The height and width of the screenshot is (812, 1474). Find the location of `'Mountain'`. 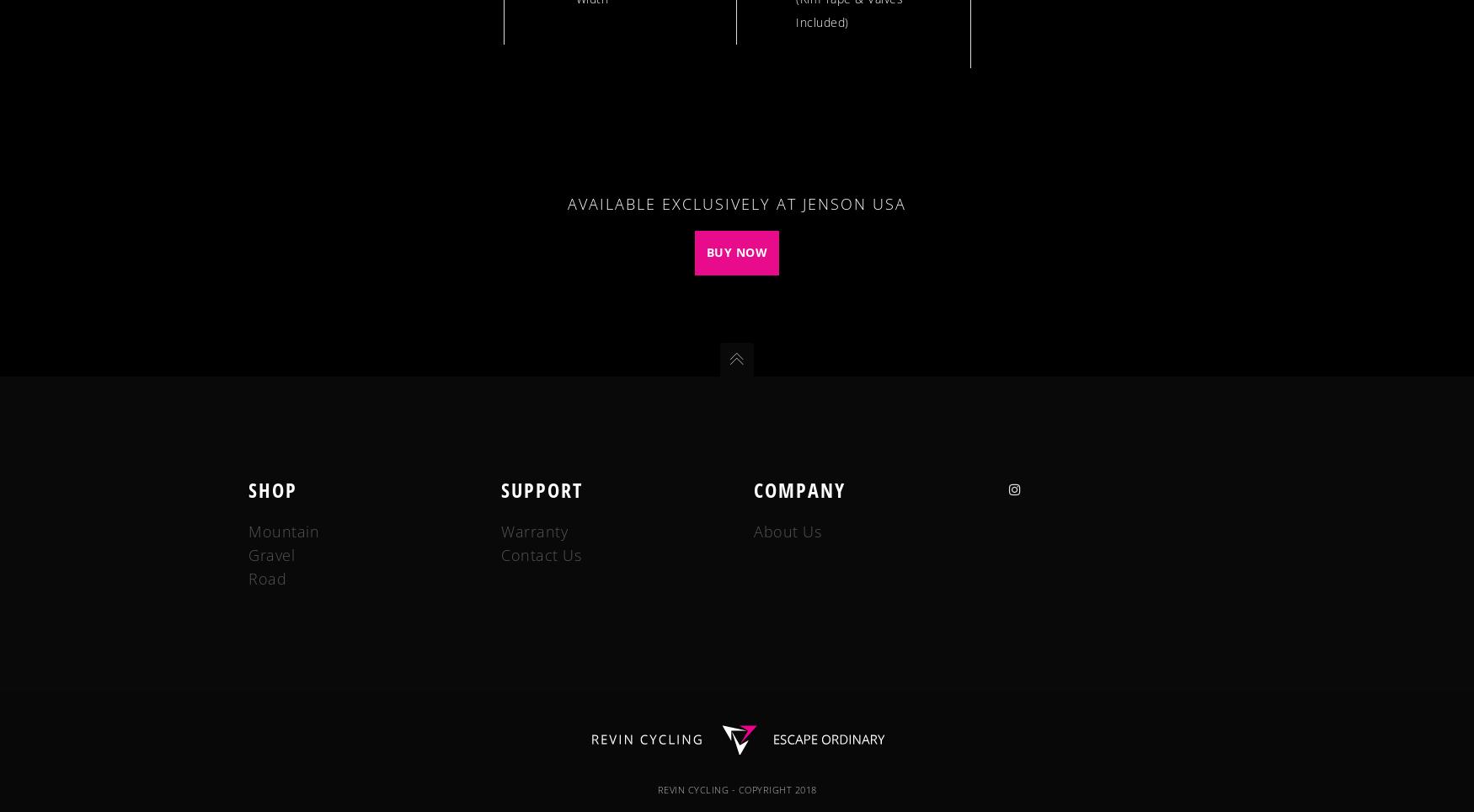

'Mountain' is located at coordinates (284, 530).